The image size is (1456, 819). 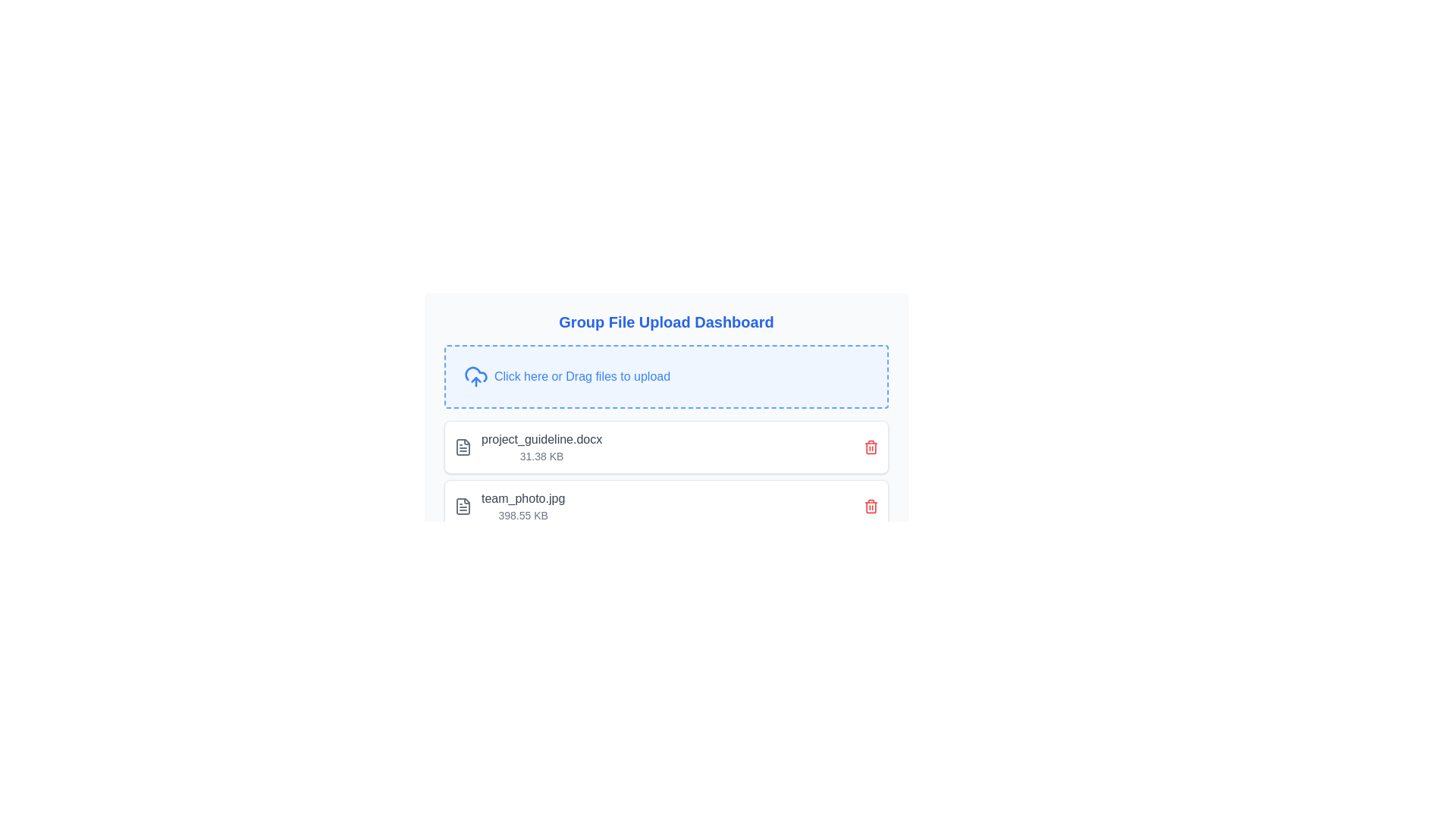 What do you see at coordinates (541, 447) in the screenshot?
I see `the text label displaying the filename and size for 'team_photo.jpg'` at bounding box center [541, 447].